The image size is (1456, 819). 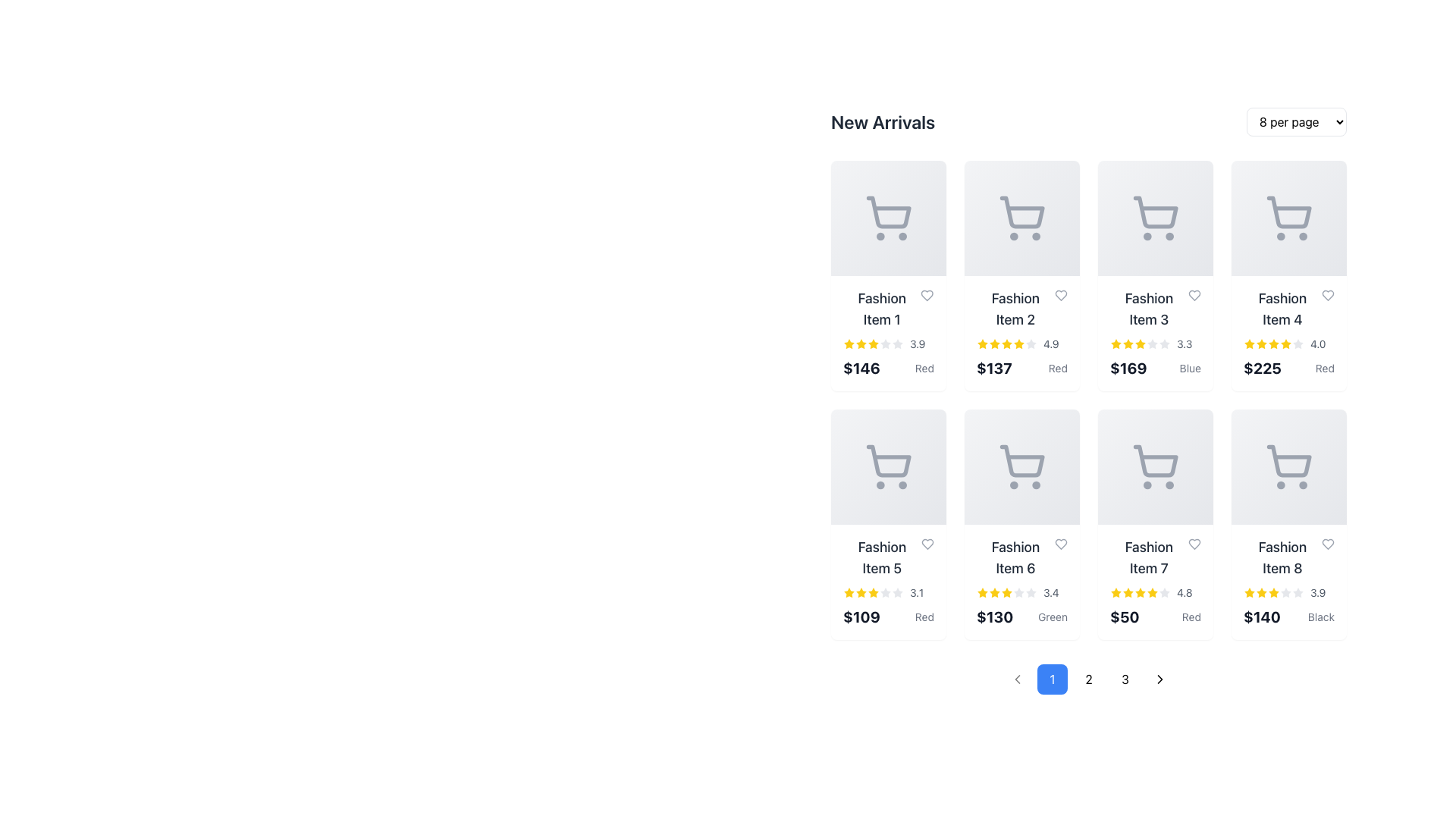 I want to click on the single star icon in the five-star rating system for 'Fashion Item 5', located in the second row, first column of the product grid, so click(x=848, y=591).